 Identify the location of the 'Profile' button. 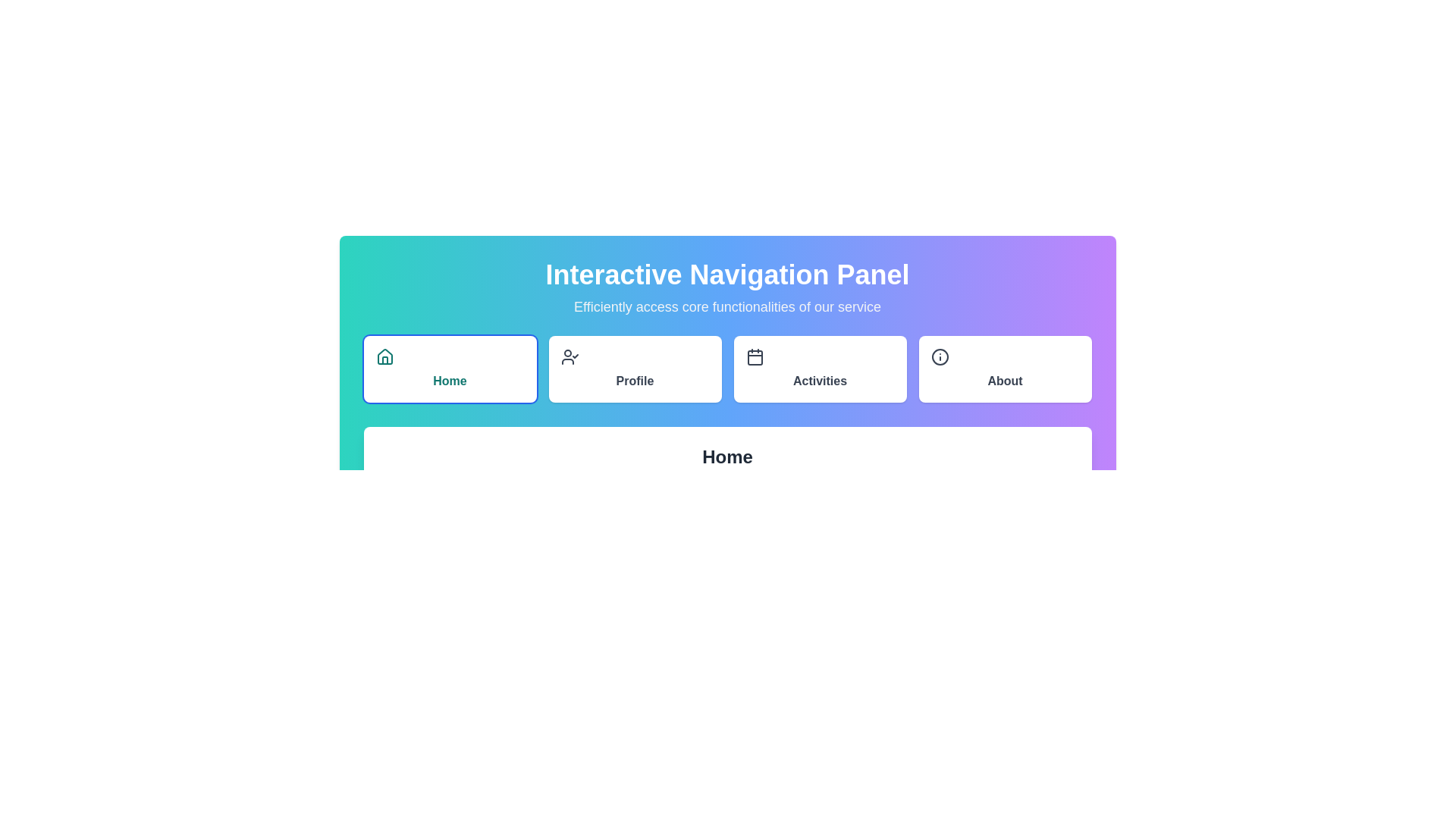
(635, 380).